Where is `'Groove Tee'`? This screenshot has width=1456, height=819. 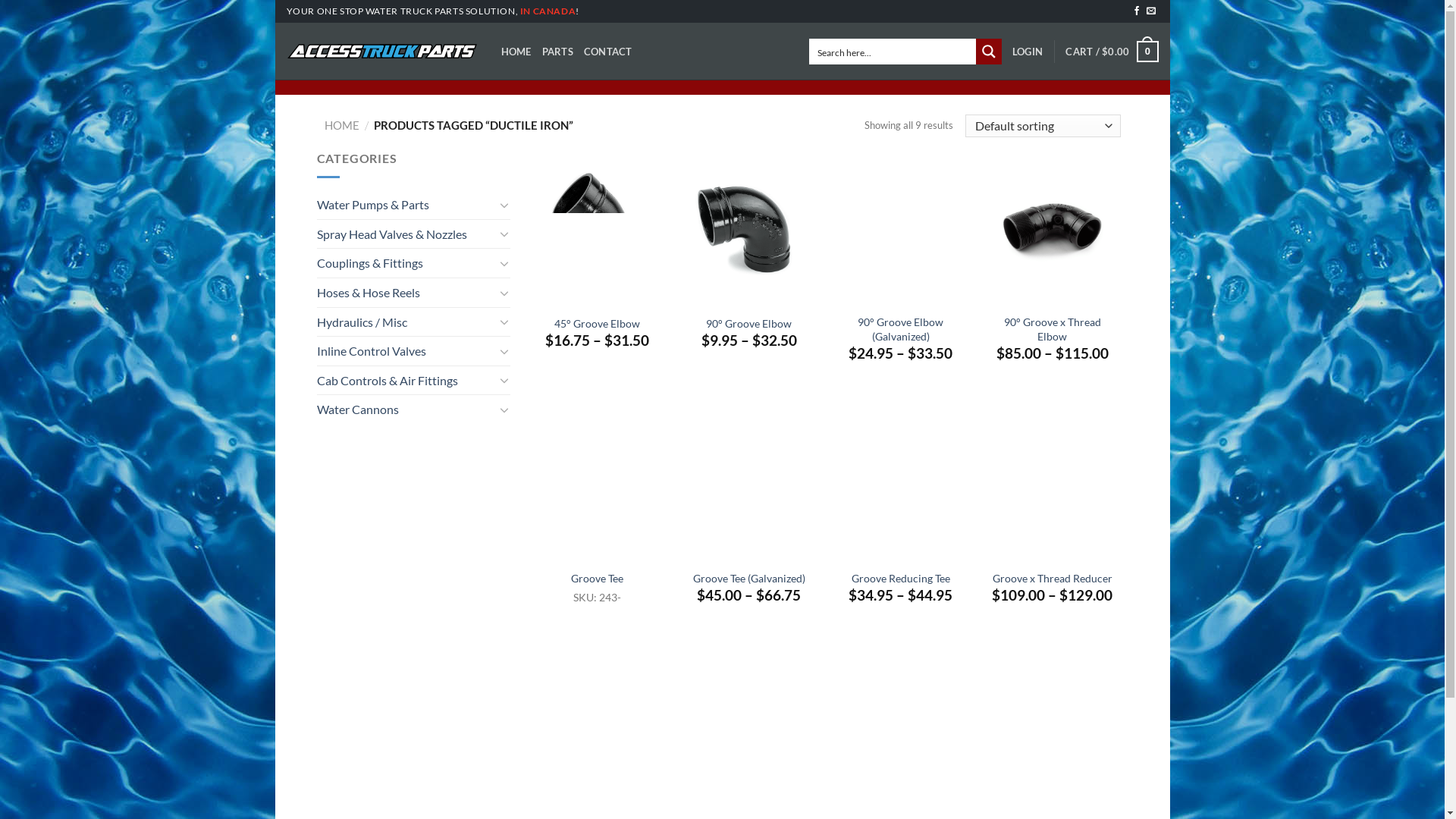
'Groove Tee' is located at coordinates (596, 579).